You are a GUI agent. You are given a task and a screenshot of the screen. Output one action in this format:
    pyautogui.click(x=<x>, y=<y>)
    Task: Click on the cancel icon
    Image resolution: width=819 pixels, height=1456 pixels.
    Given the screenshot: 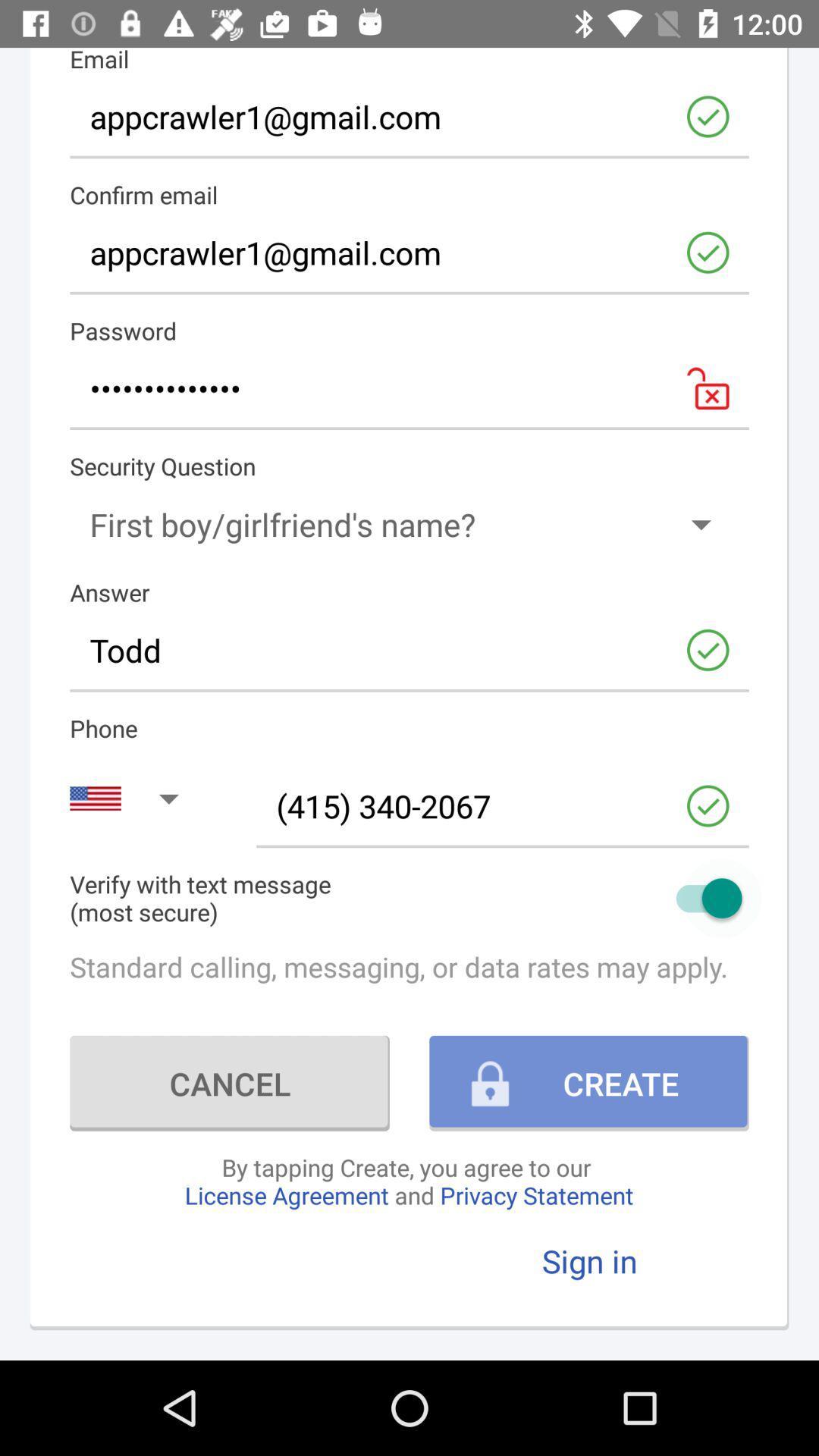 What is the action you would take?
    pyautogui.click(x=230, y=1082)
    